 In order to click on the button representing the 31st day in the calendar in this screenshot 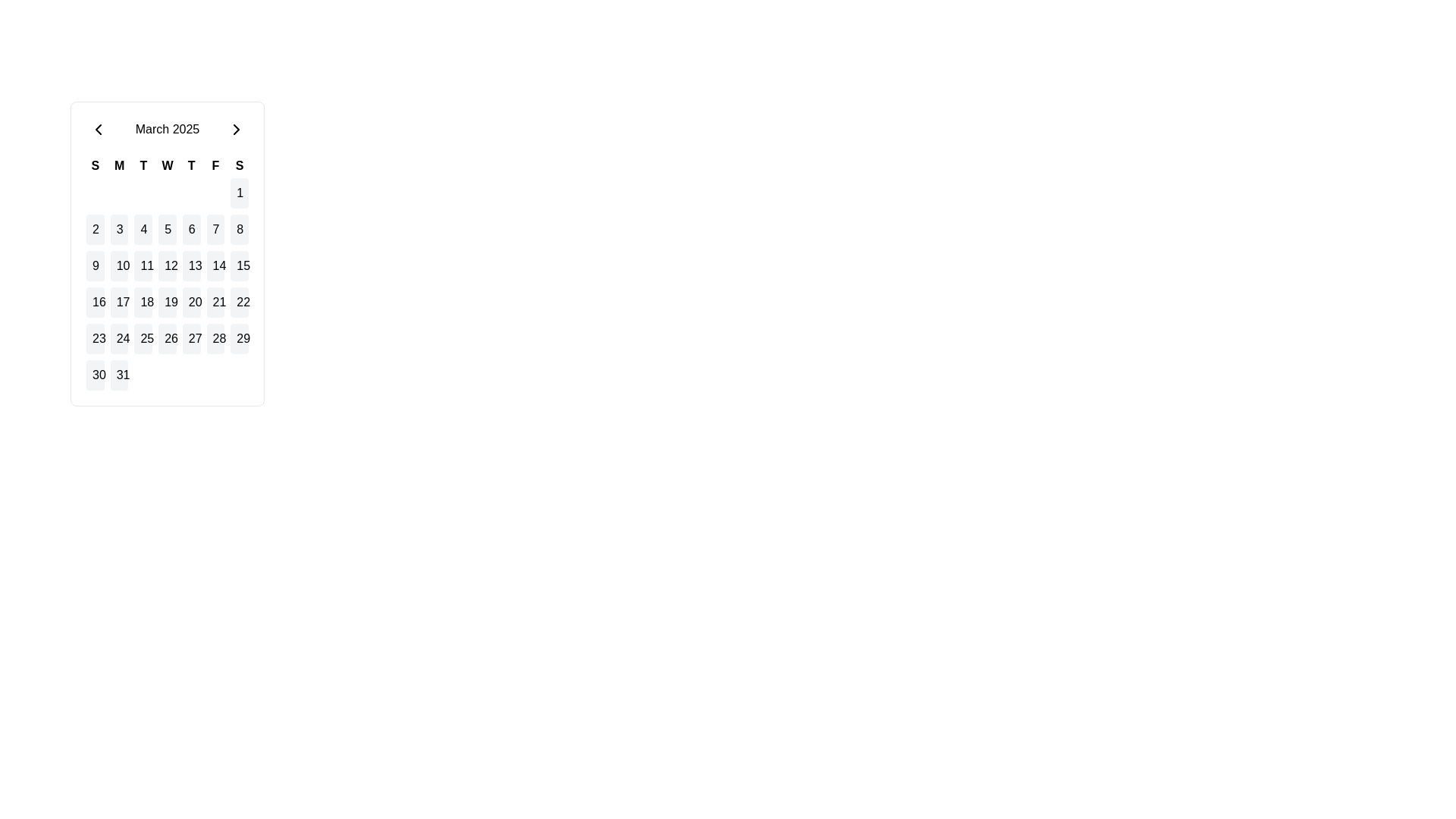, I will do `click(118, 375)`.